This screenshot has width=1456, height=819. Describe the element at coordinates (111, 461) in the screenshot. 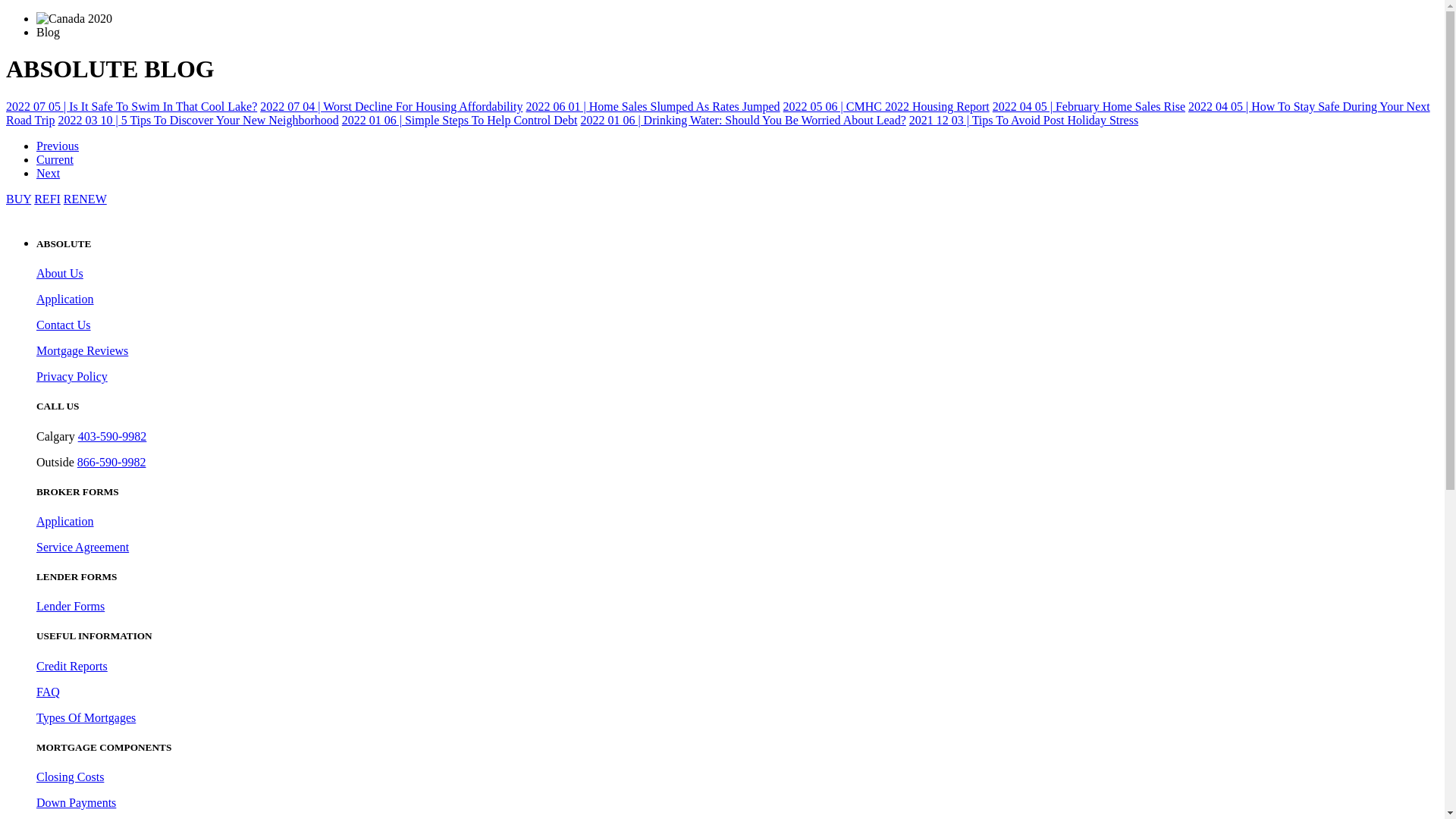

I see `'866-590-9982'` at that location.